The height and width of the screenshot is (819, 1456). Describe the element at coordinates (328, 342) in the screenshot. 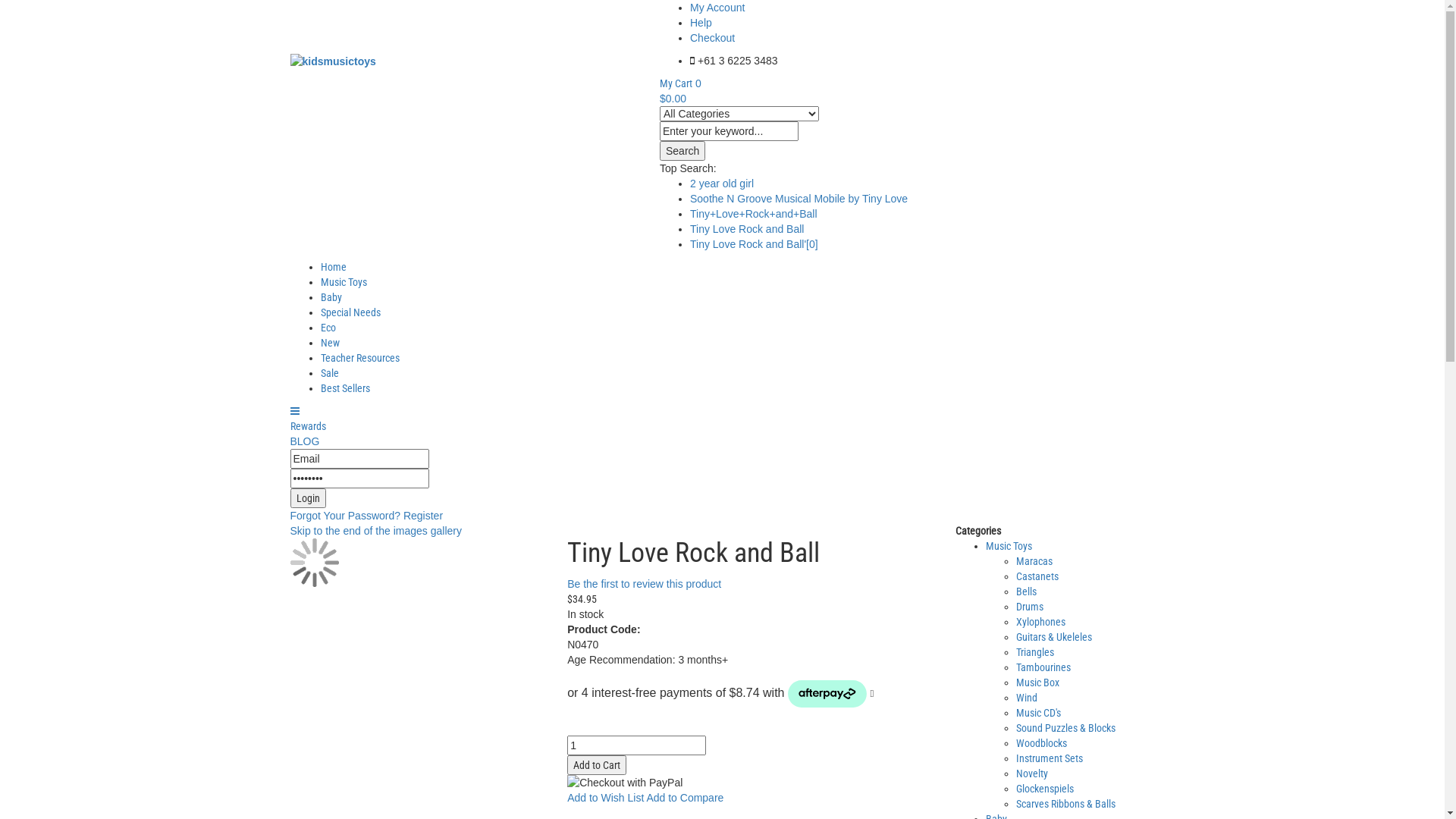

I see `'New'` at that location.